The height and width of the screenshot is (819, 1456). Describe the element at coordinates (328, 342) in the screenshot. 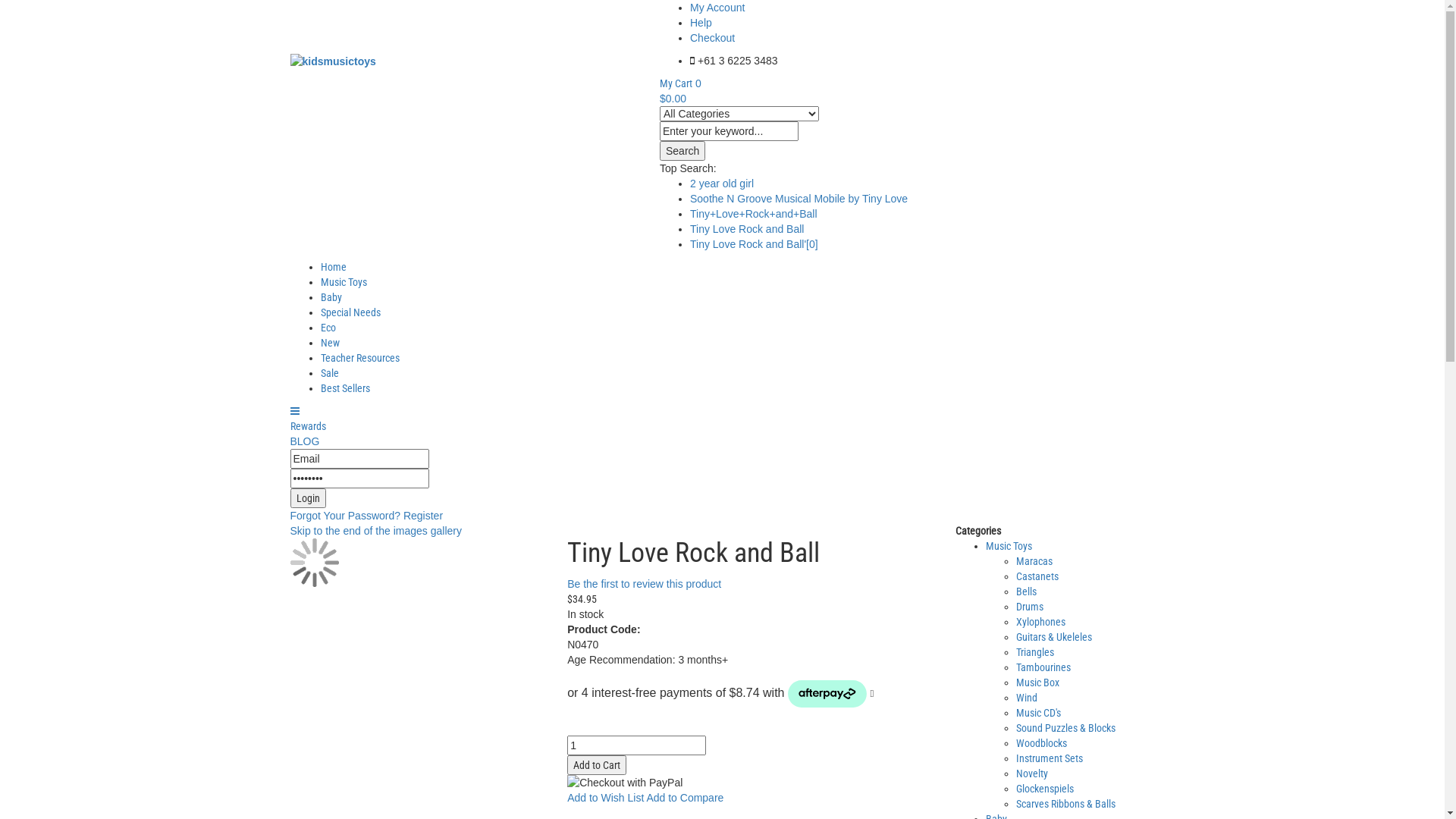

I see `'New'` at that location.